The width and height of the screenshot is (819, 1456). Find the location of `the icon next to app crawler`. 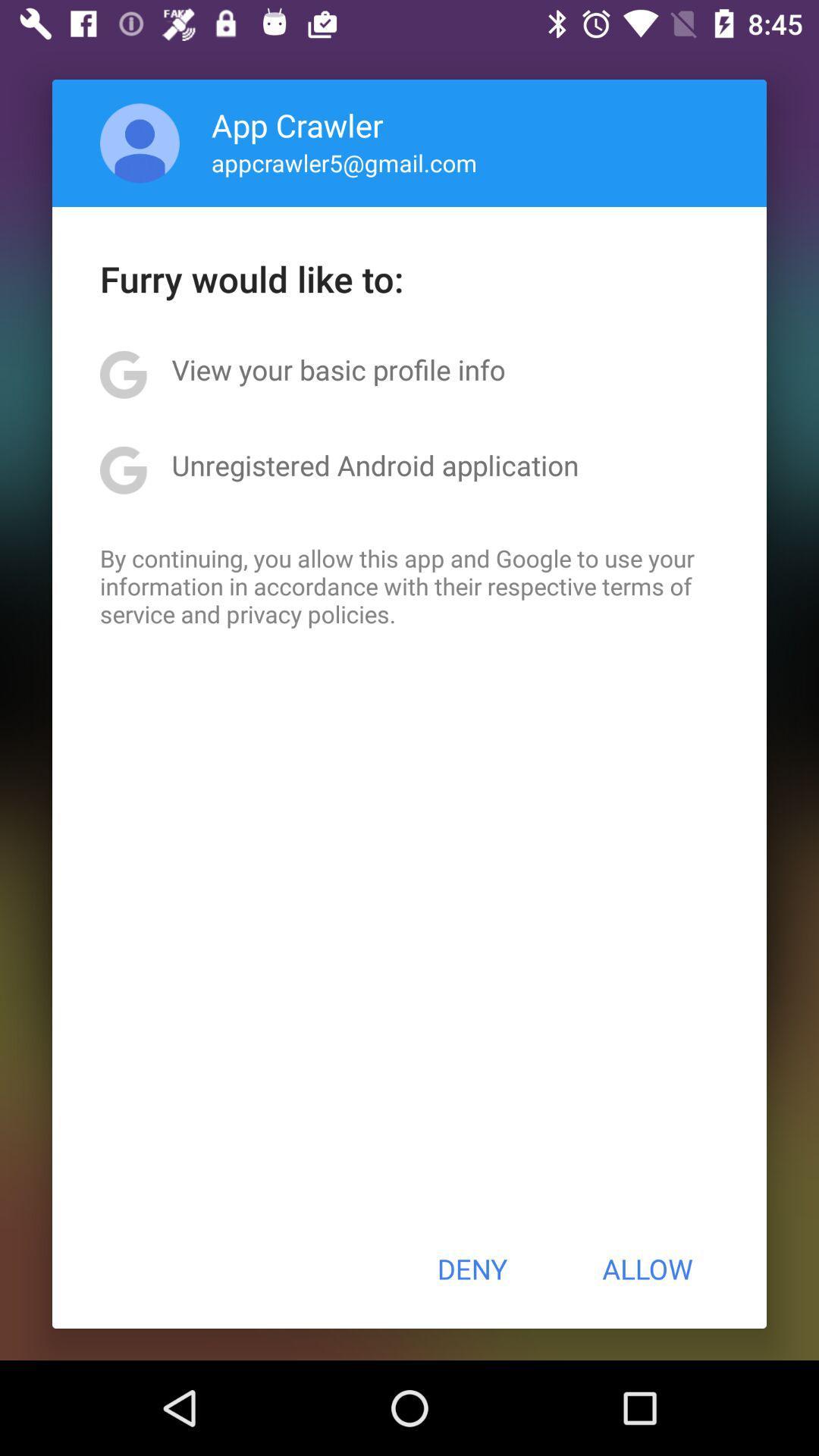

the icon next to app crawler is located at coordinates (140, 143).